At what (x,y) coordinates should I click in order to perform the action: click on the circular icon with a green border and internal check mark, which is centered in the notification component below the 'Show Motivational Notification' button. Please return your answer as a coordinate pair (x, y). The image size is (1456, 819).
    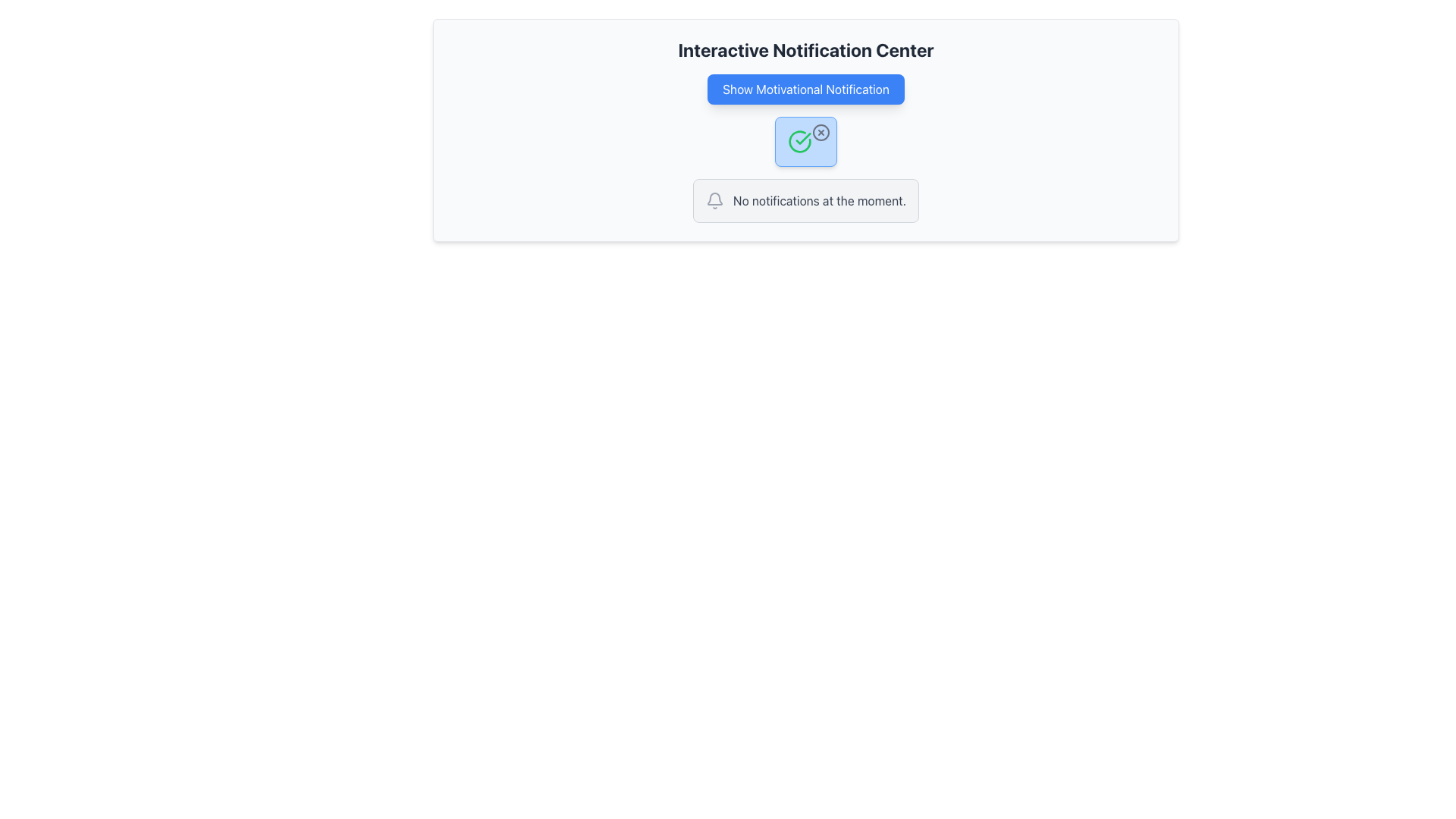
    Looking at the image, I should click on (799, 141).